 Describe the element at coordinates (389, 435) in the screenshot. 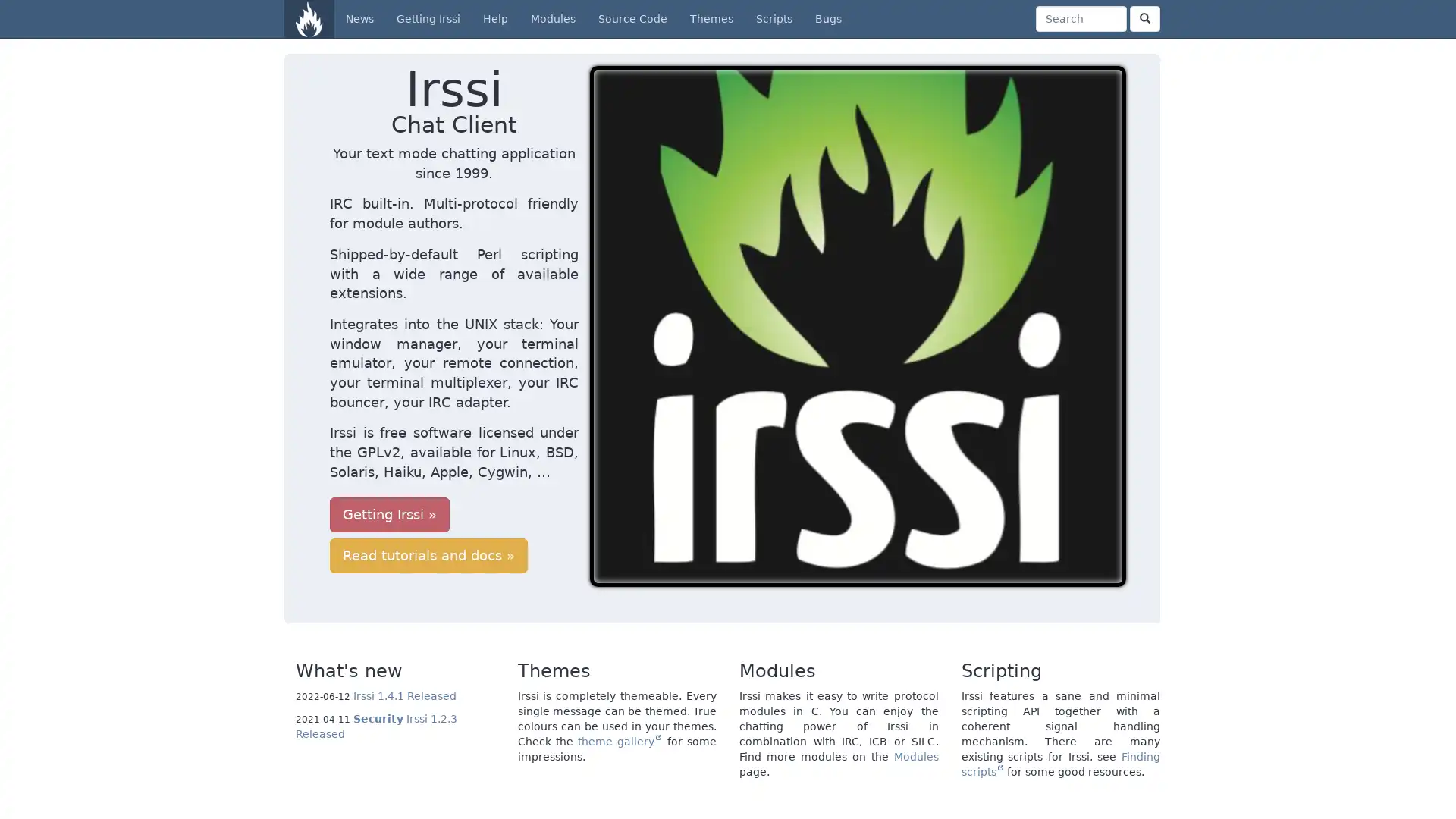

I see `Getting Irssi` at that location.